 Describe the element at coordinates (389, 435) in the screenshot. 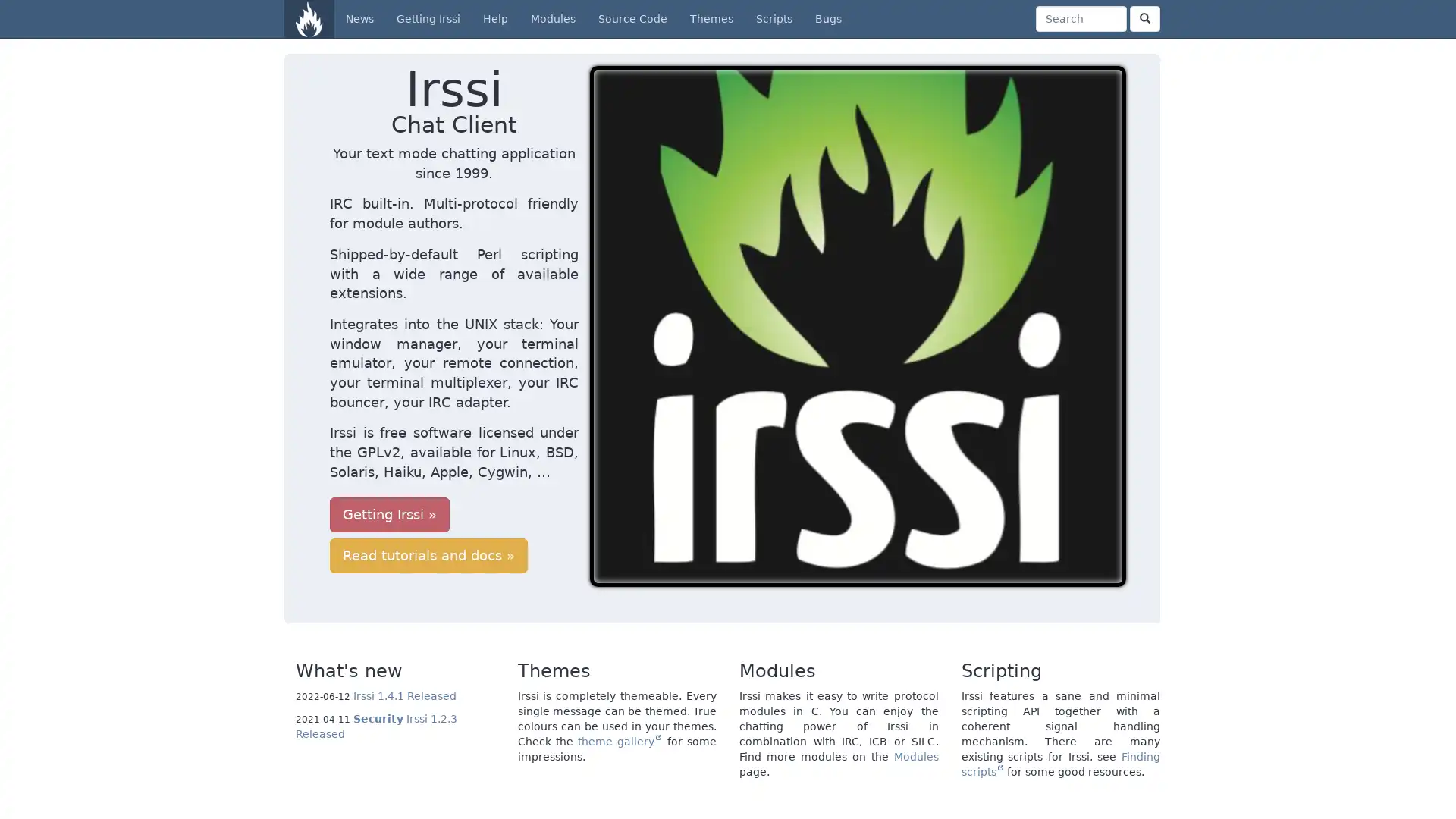

I see `Getting Irssi` at that location.